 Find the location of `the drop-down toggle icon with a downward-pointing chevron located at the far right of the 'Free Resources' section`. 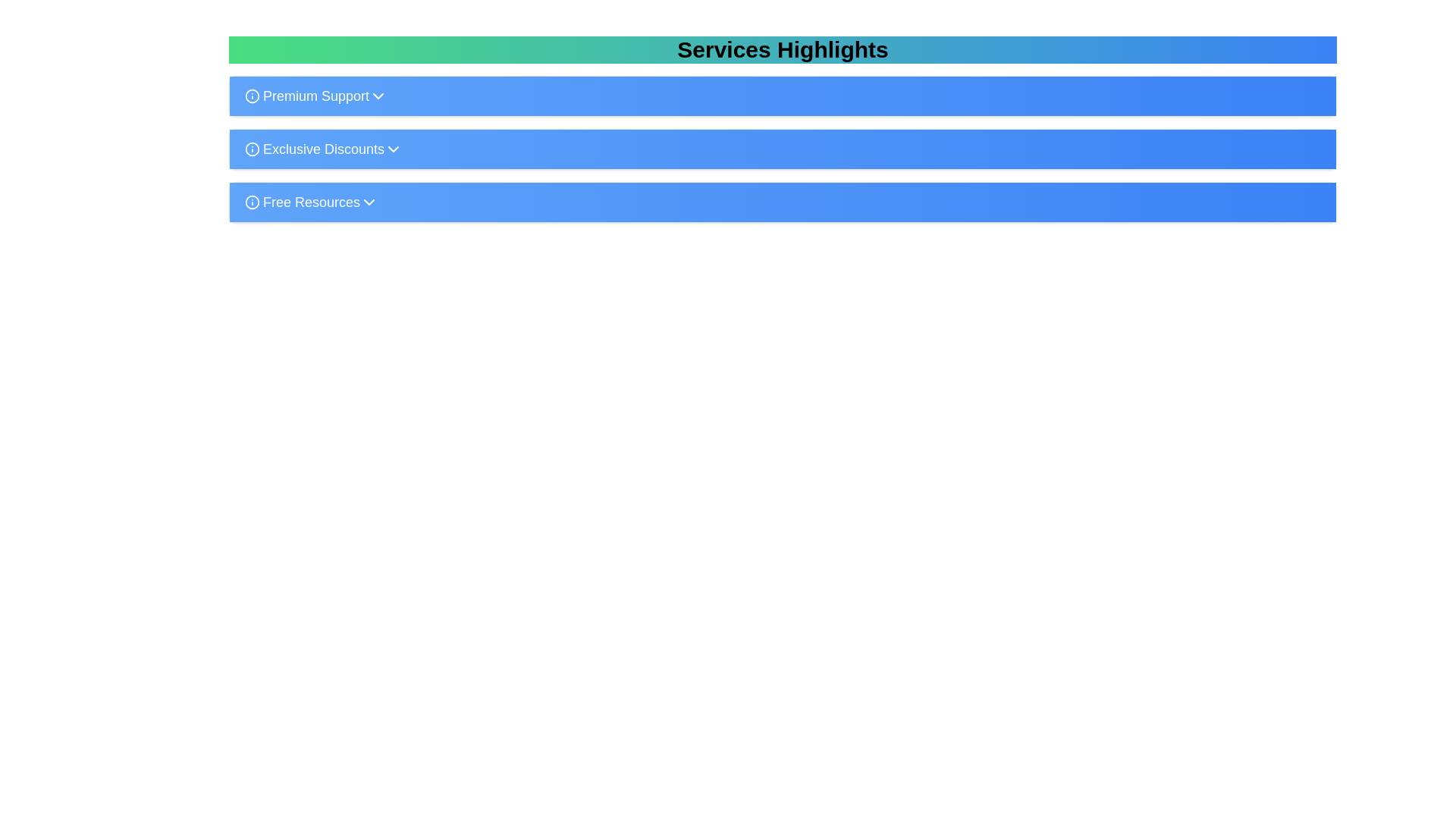

the drop-down toggle icon with a downward-pointing chevron located at the far right of the 'Free Resources' section is located at coordinates (369, 201).